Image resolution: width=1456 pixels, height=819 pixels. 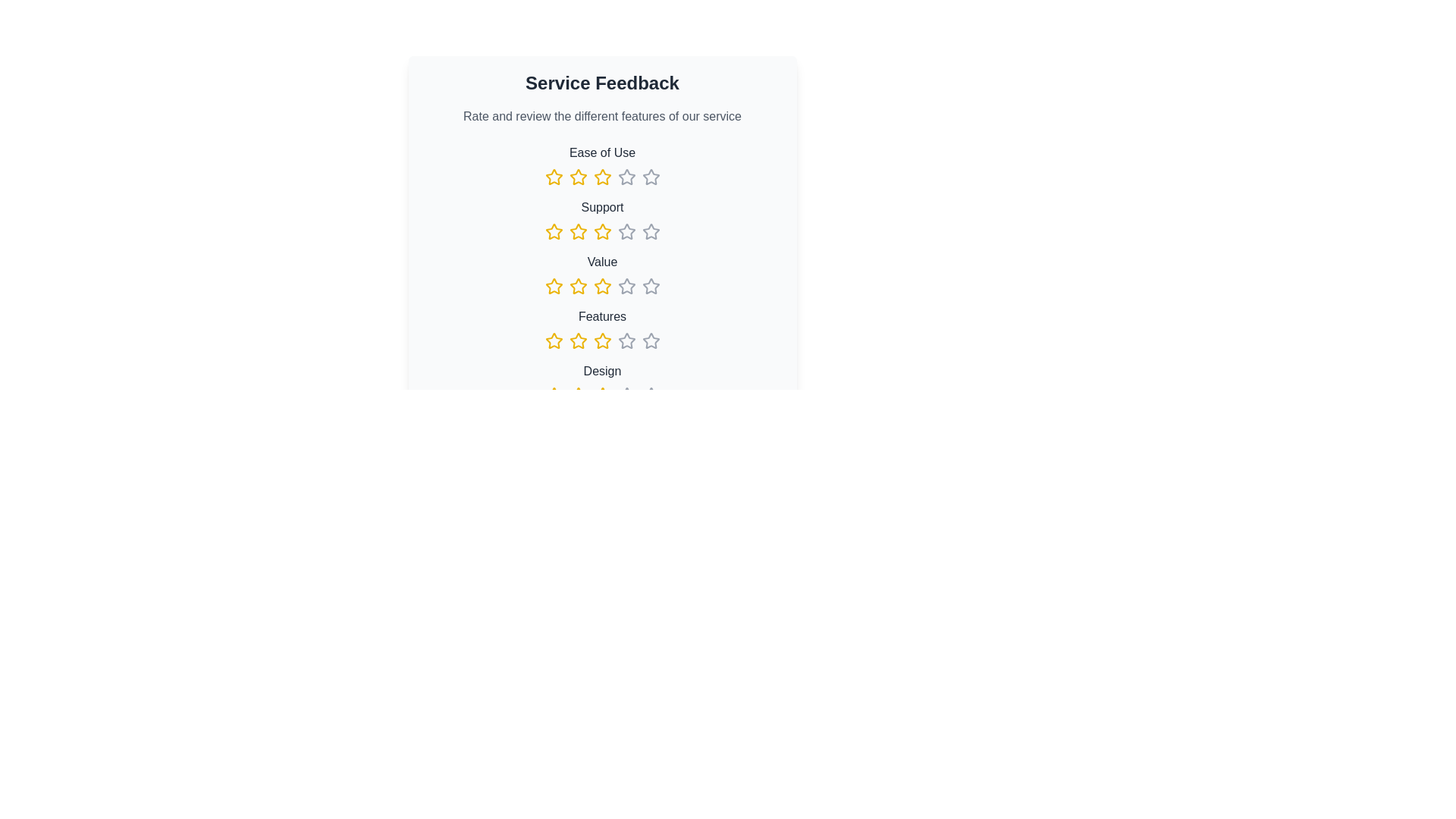 What do you see at coordinates (601, 341) in the screenshot?
I see `the fourth yellow hollow star icon in the 5-star rating section for the 'Features' evaluation to give a rating` at bounding box center [601, 341].